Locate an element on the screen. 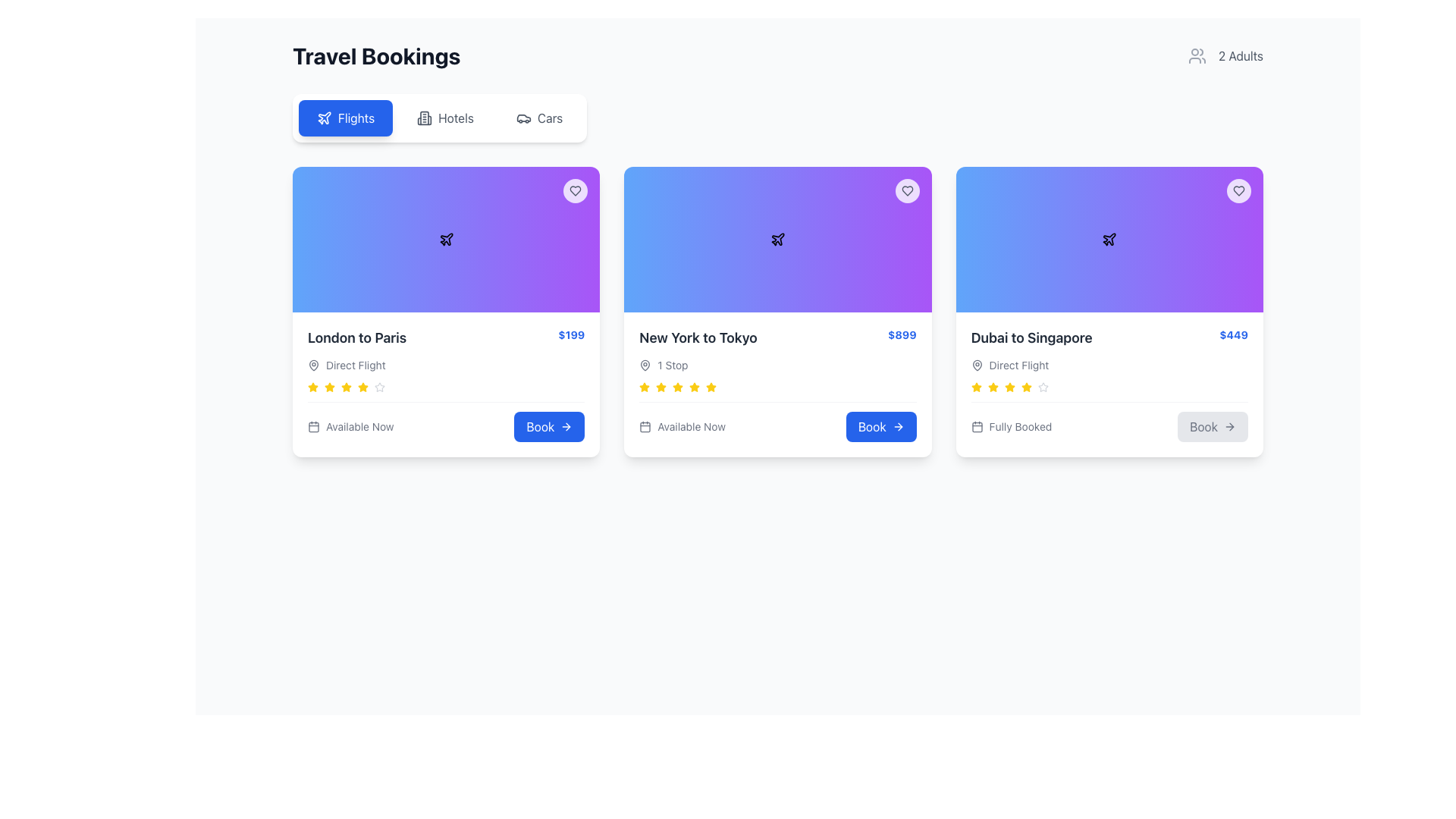 The image size is (1456, 819). the 'Hotels' category icon located in the horizontal menu under the 'Travel Bookings' header is located at coordinates (425, 117).